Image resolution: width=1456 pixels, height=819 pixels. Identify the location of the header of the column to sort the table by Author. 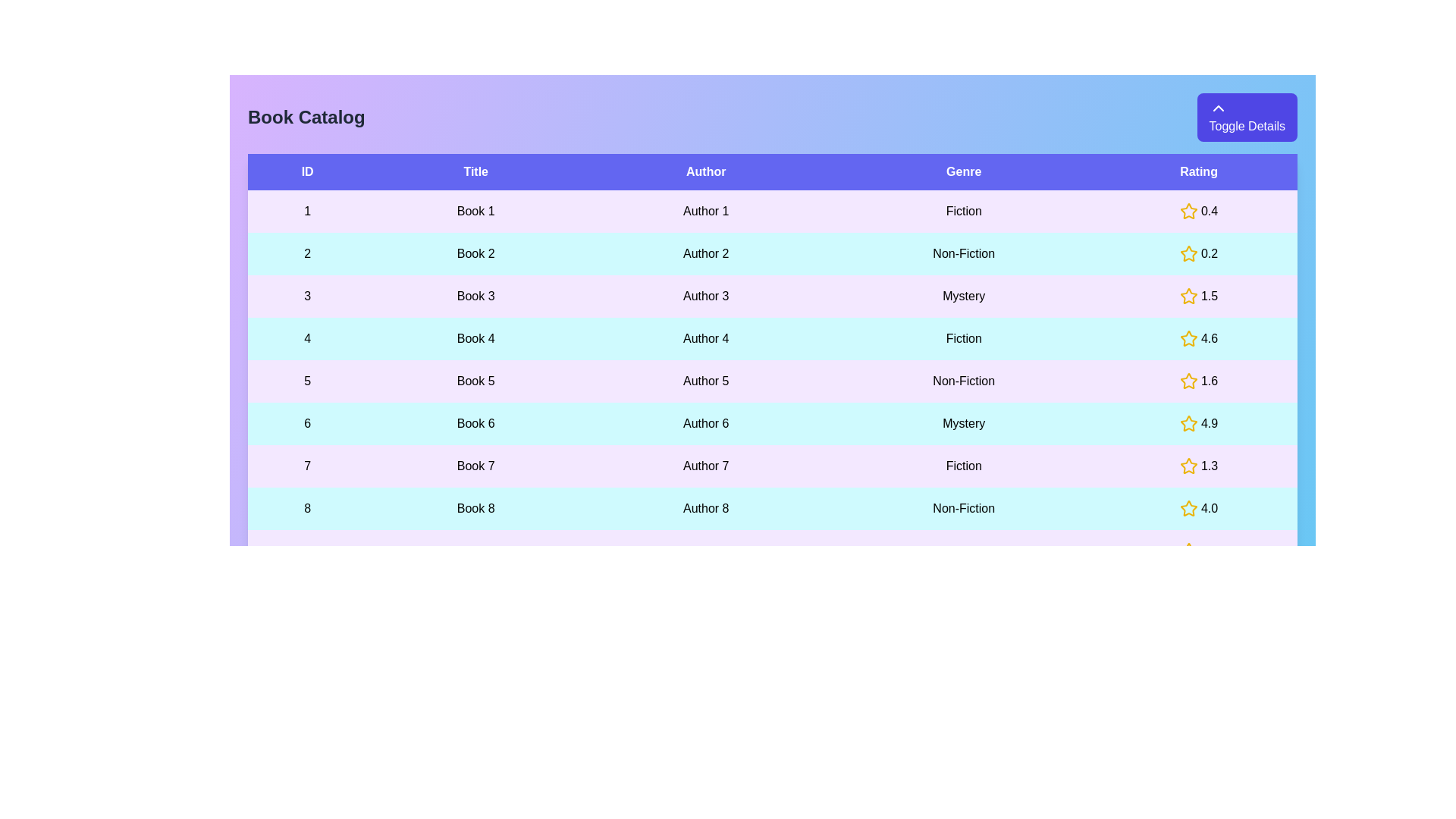
(705, 171).